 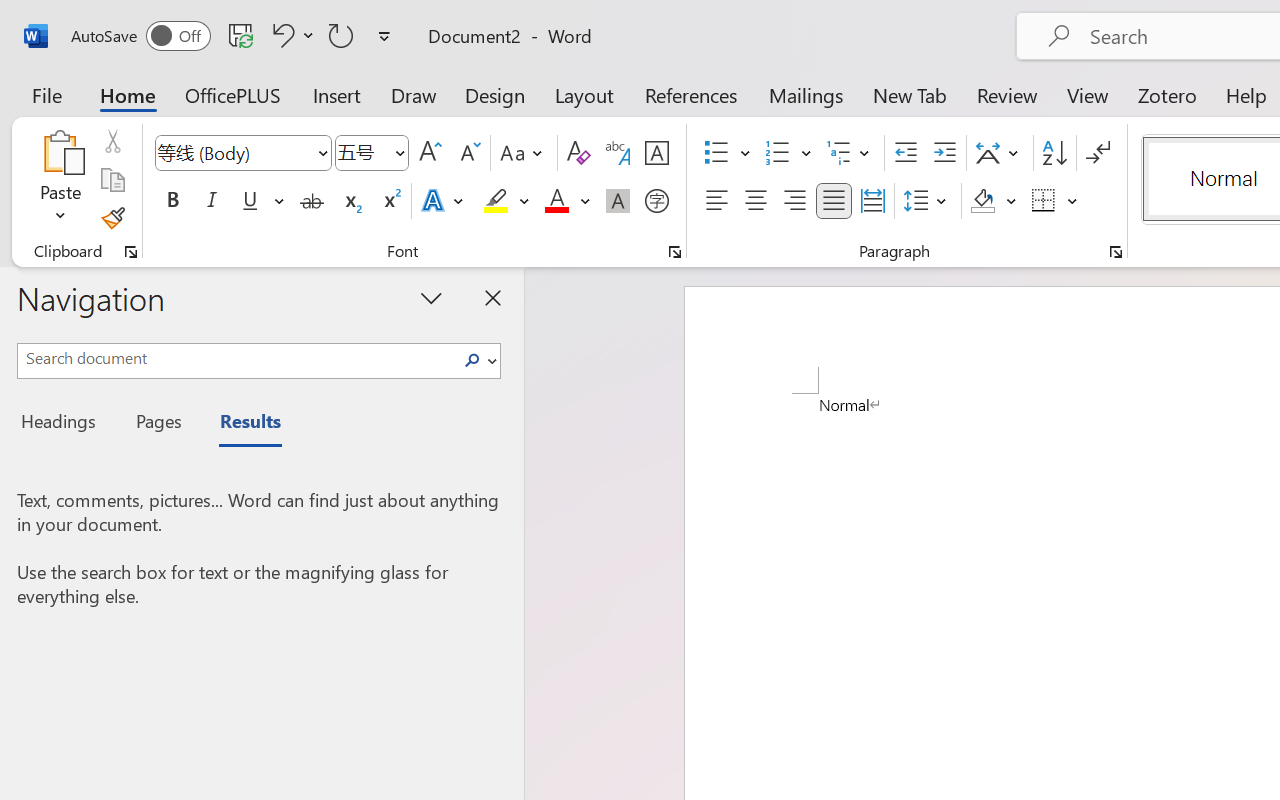 What do you see at coordinates (993, 201) in the screenshot?
I see `'Shading'` at bounding box center [993, 201].